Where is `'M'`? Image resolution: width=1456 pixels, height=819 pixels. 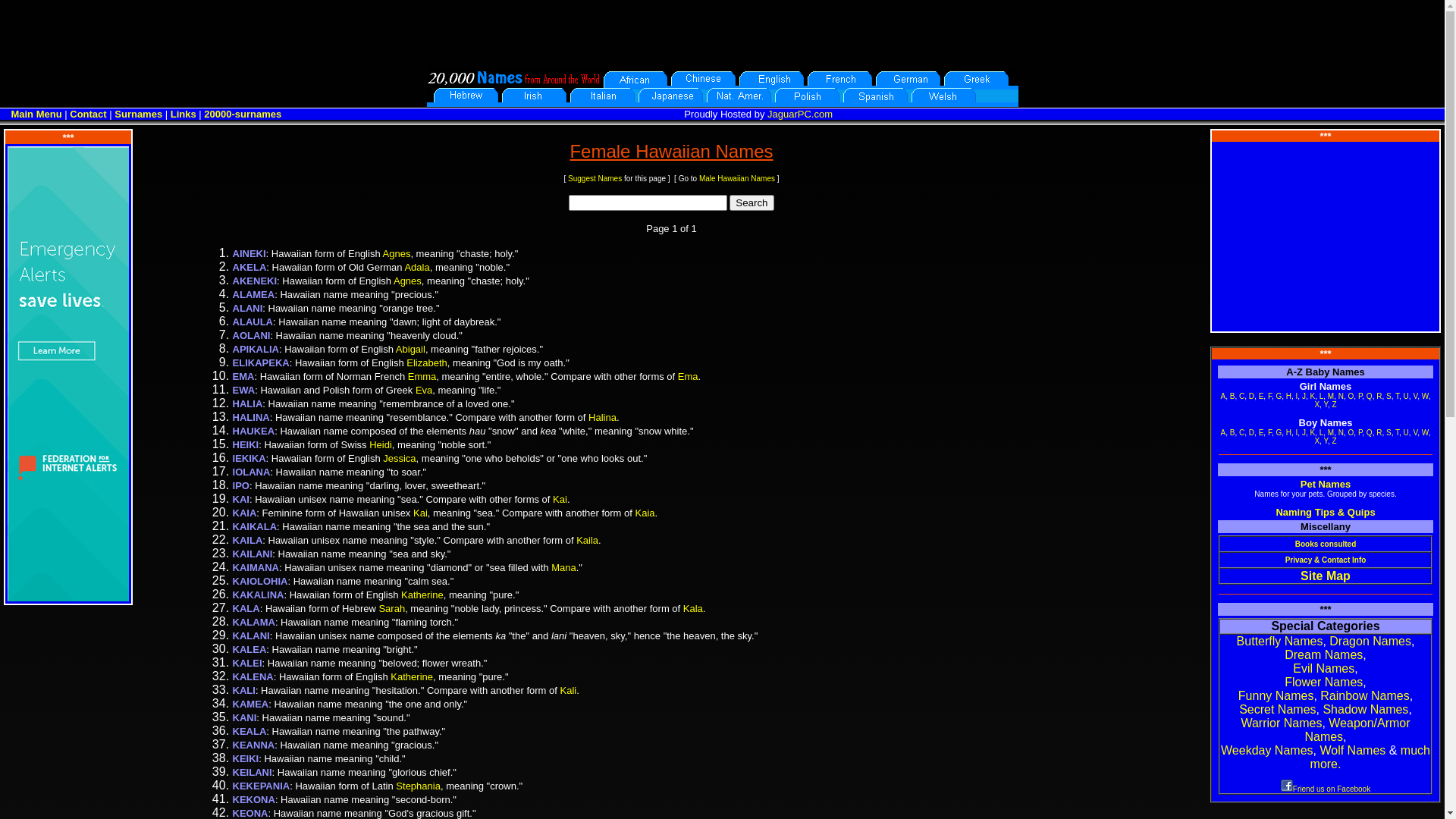
'M' is located at coordinates (1330, 395).